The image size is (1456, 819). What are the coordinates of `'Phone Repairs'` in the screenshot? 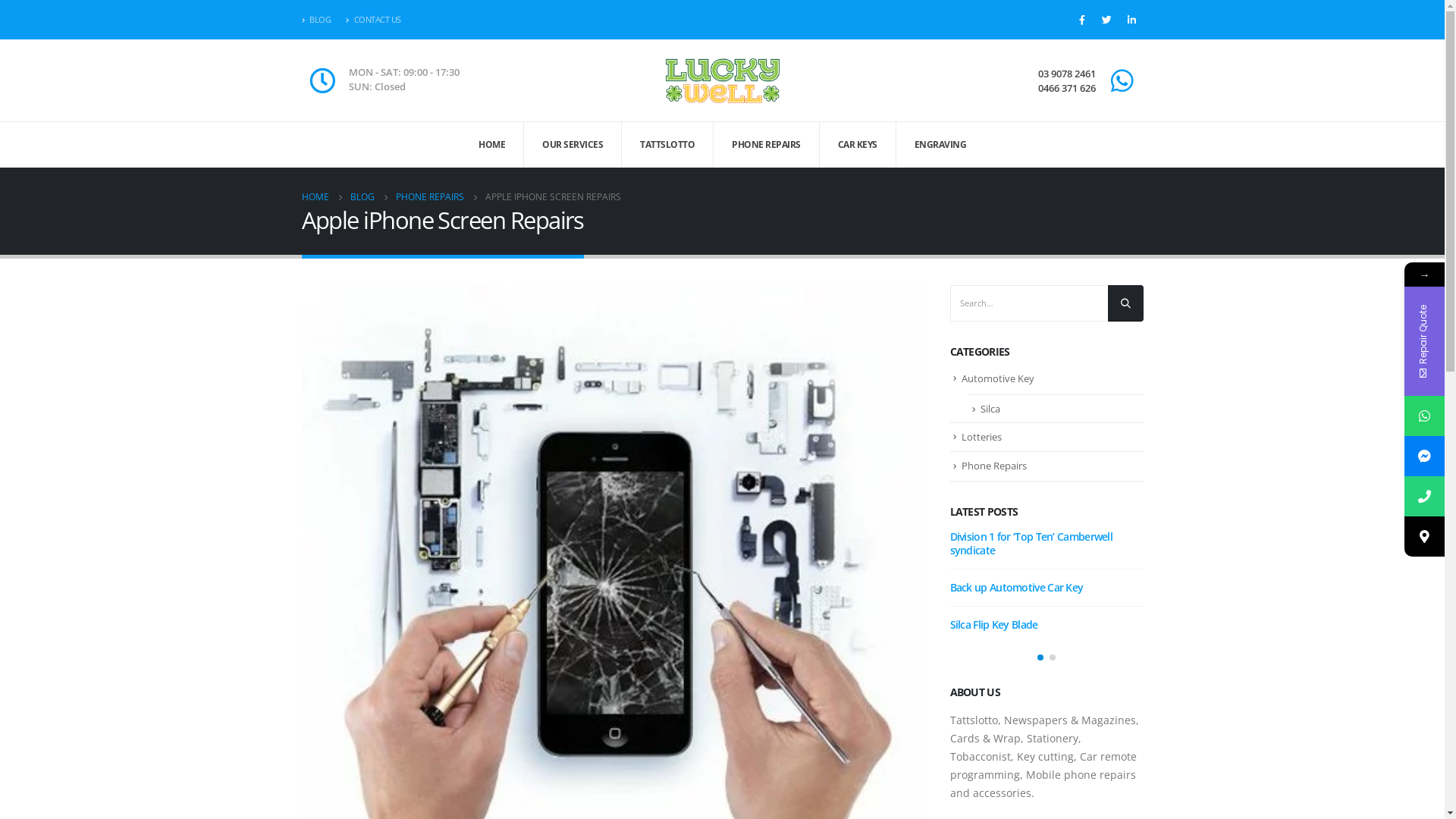 It's located at (993, 464).